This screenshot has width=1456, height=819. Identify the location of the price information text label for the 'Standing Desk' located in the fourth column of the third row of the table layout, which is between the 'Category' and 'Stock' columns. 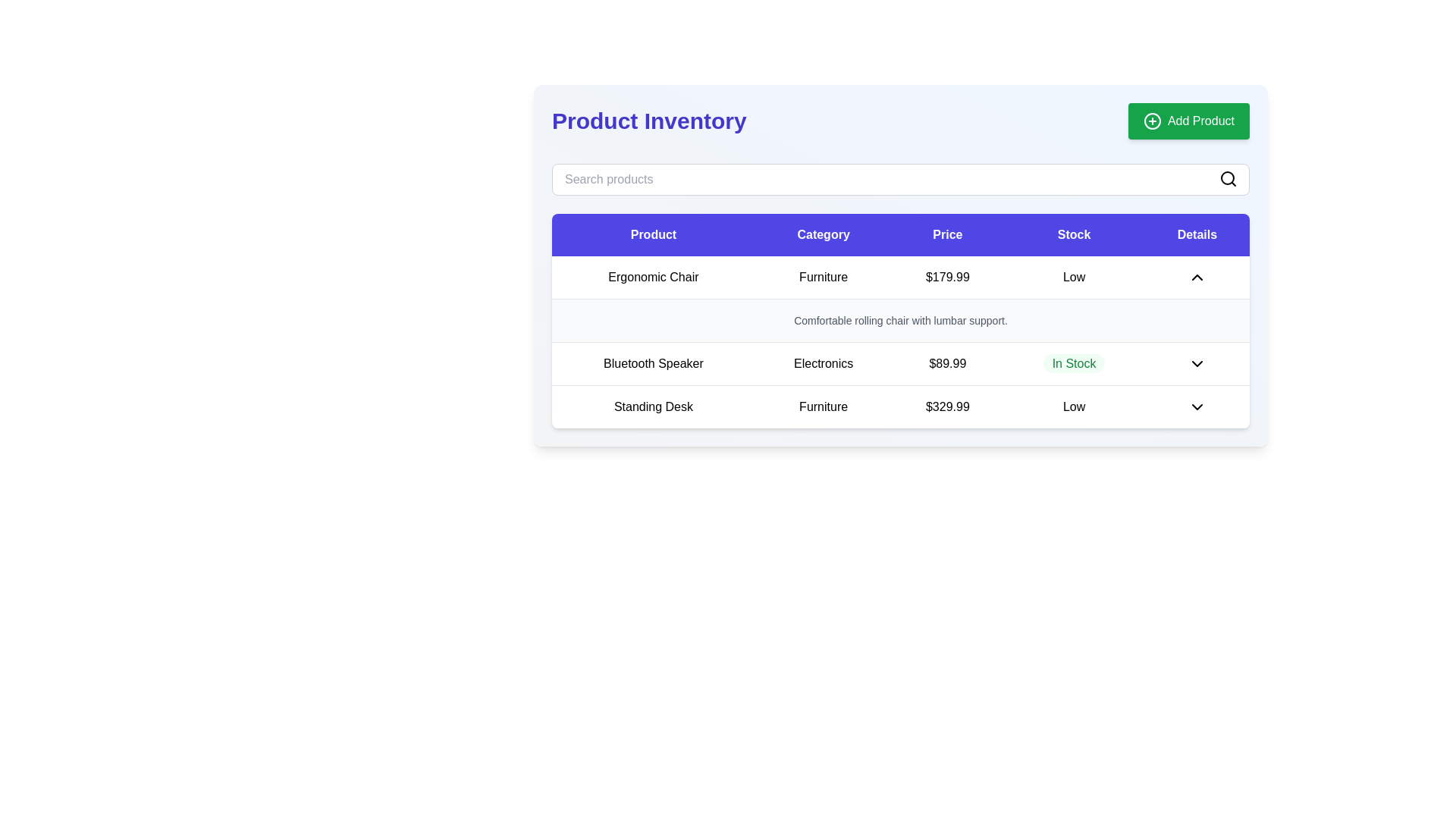
(946, 406).